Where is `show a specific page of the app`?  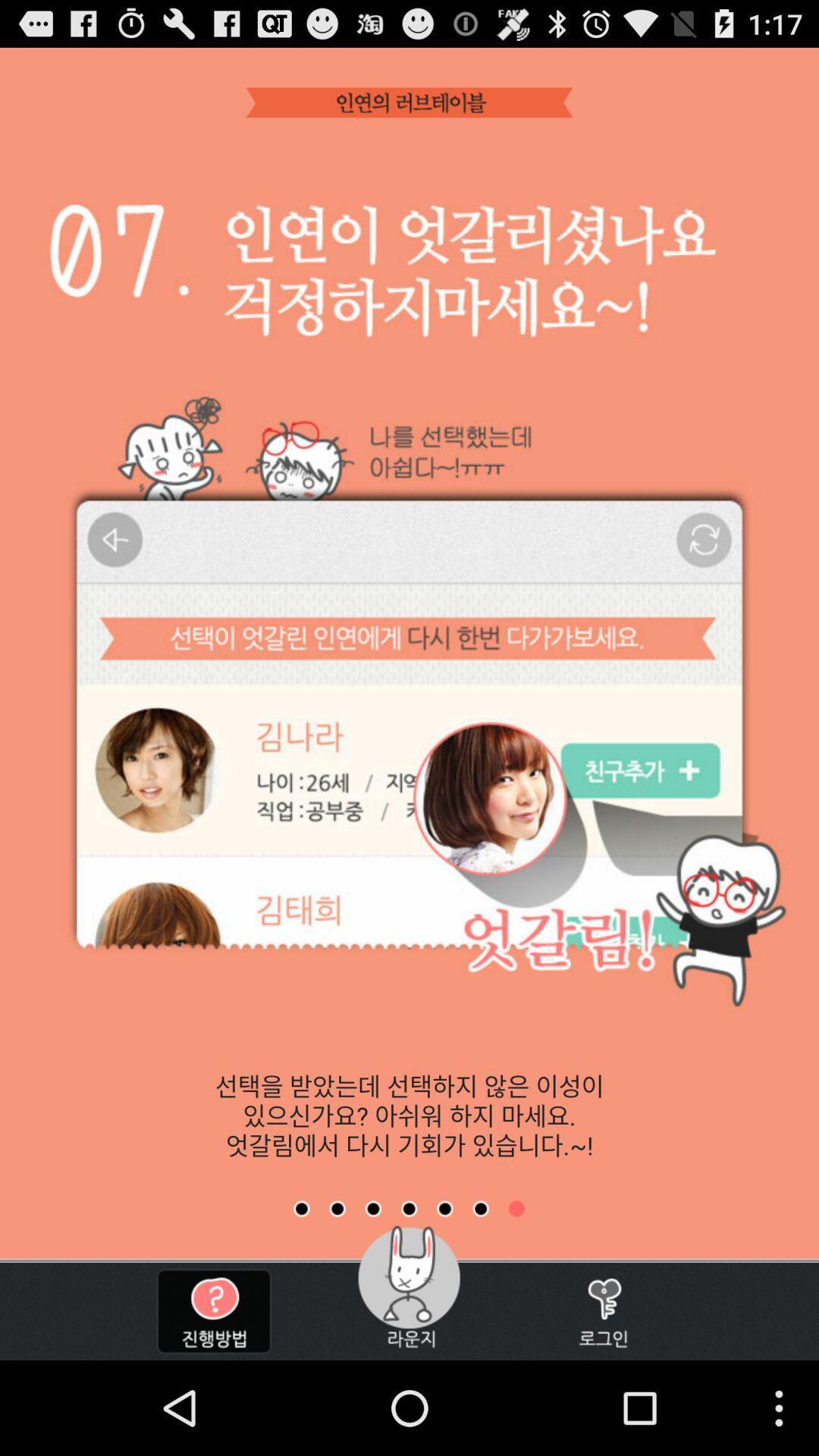
show a specific page of the app is located at coordinates (516, 1208).